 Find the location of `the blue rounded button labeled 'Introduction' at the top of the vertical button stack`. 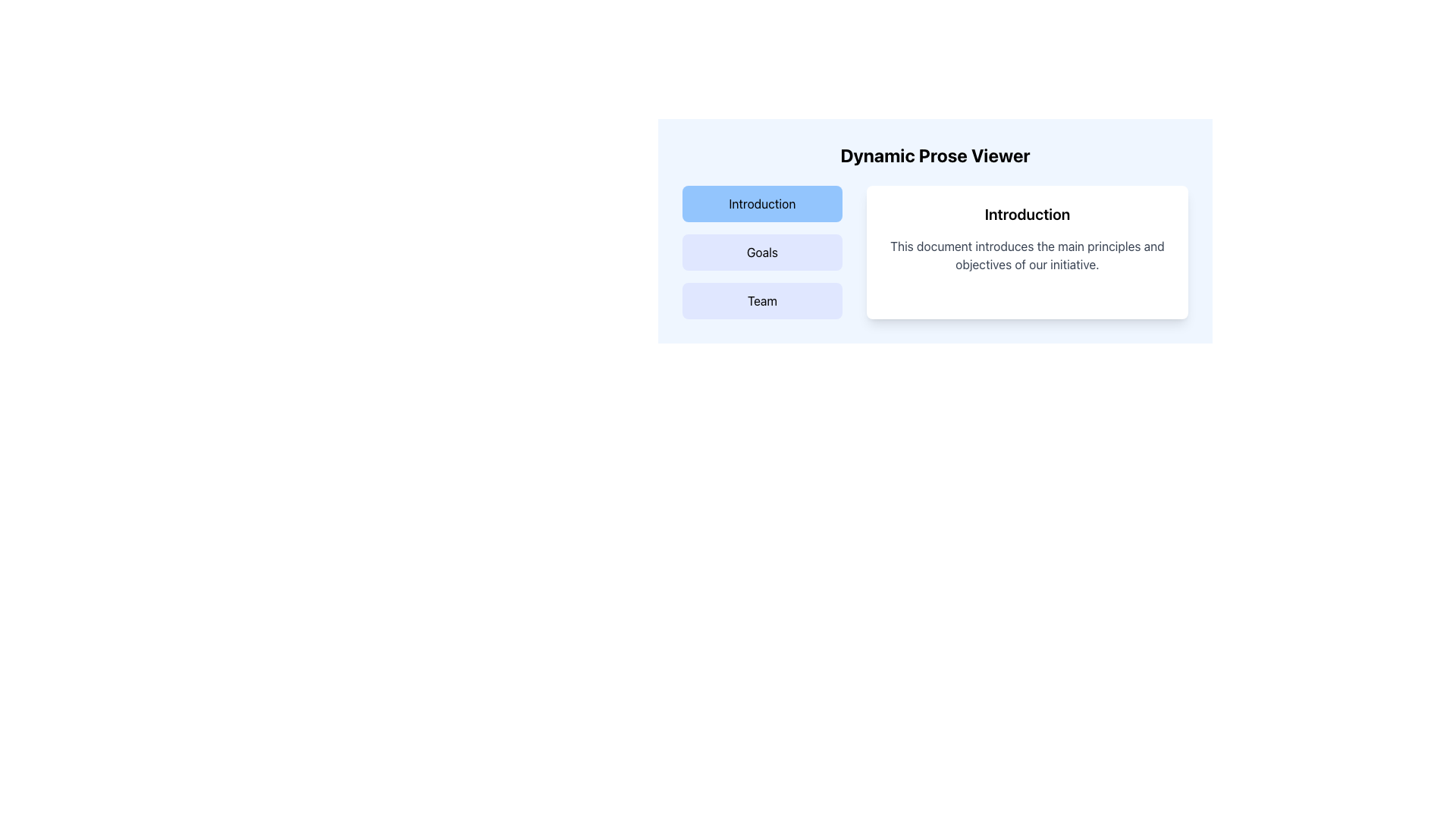

the blue rounded button labeled 'Introduction' at the top of the vertical button stack is located at coordinates (762, 203).